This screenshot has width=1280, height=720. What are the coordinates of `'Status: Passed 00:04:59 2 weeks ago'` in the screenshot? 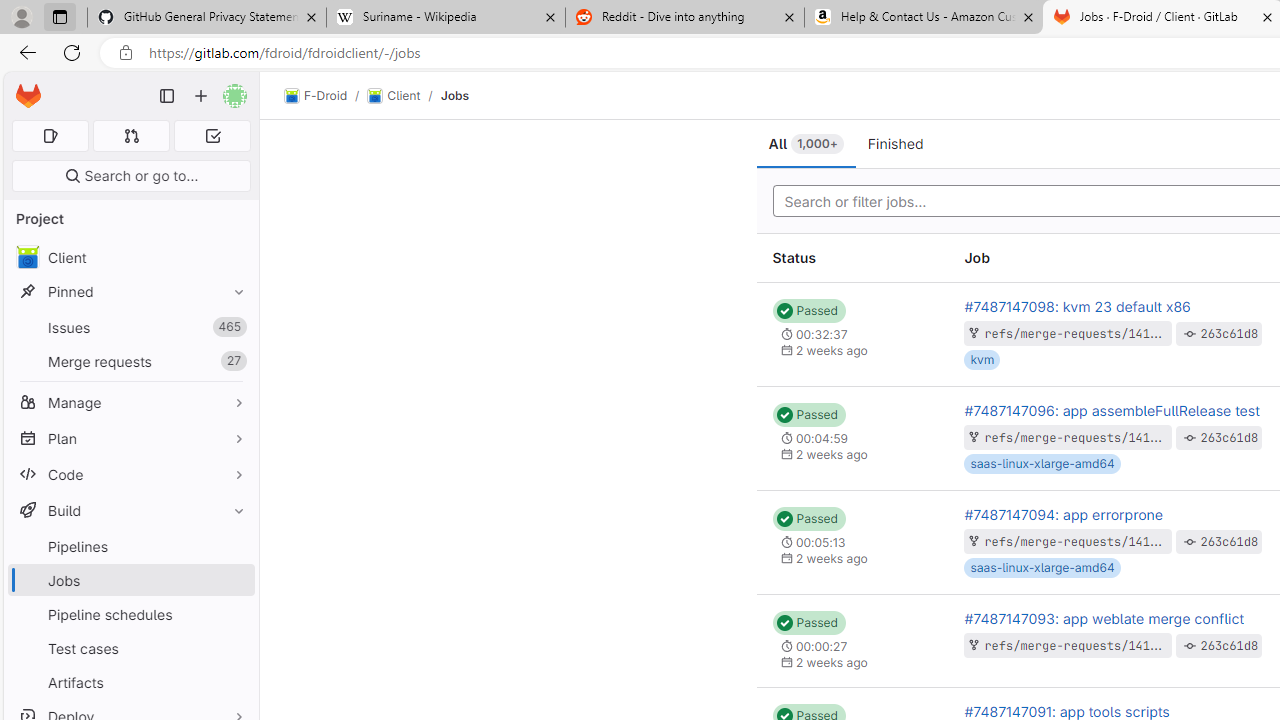 It's located at (852, 437).